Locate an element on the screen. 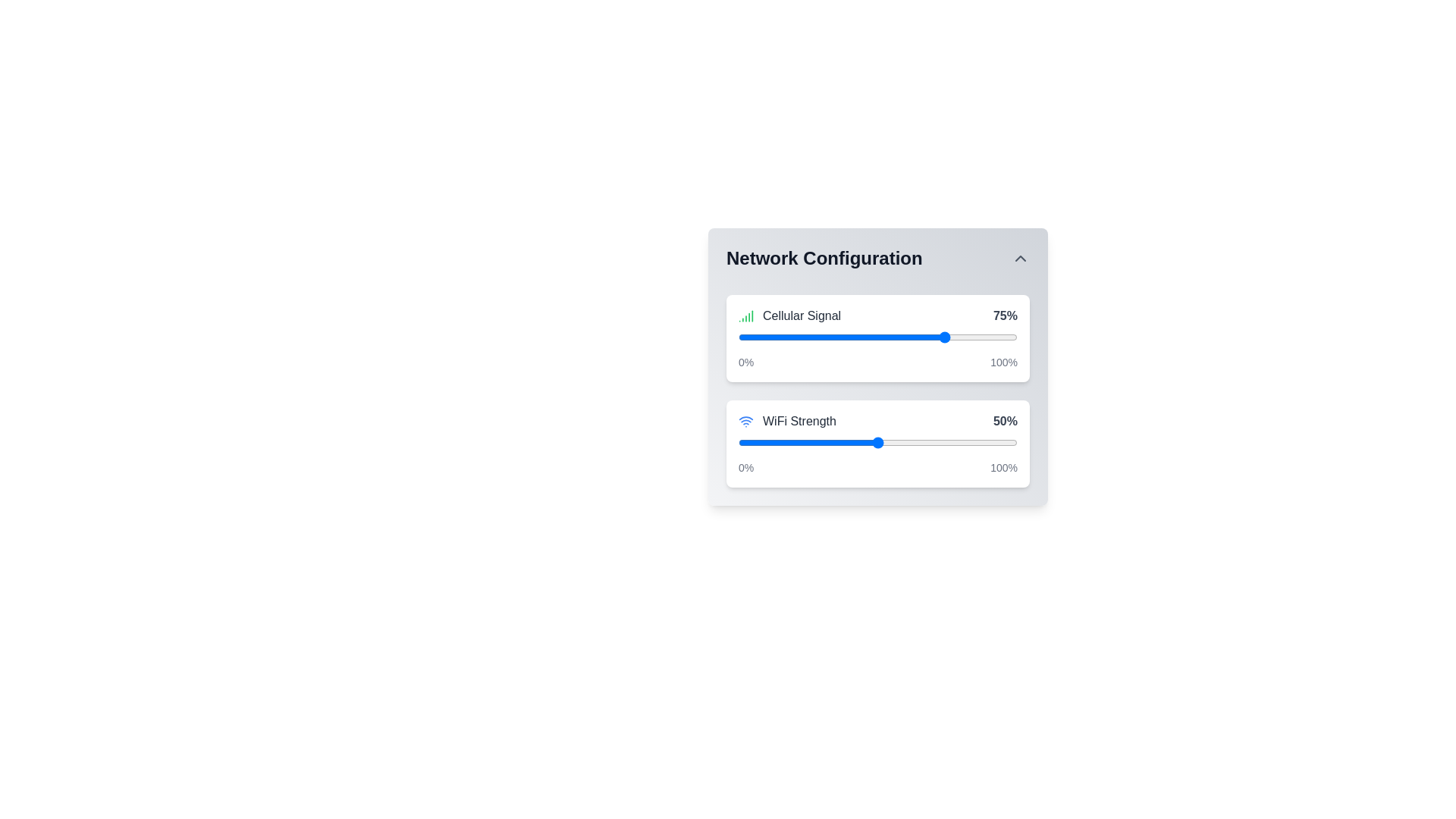 Image resolution: width=1456 pixels, height=819 pixels. the WiFi strength is located at coordinates (746, 442).